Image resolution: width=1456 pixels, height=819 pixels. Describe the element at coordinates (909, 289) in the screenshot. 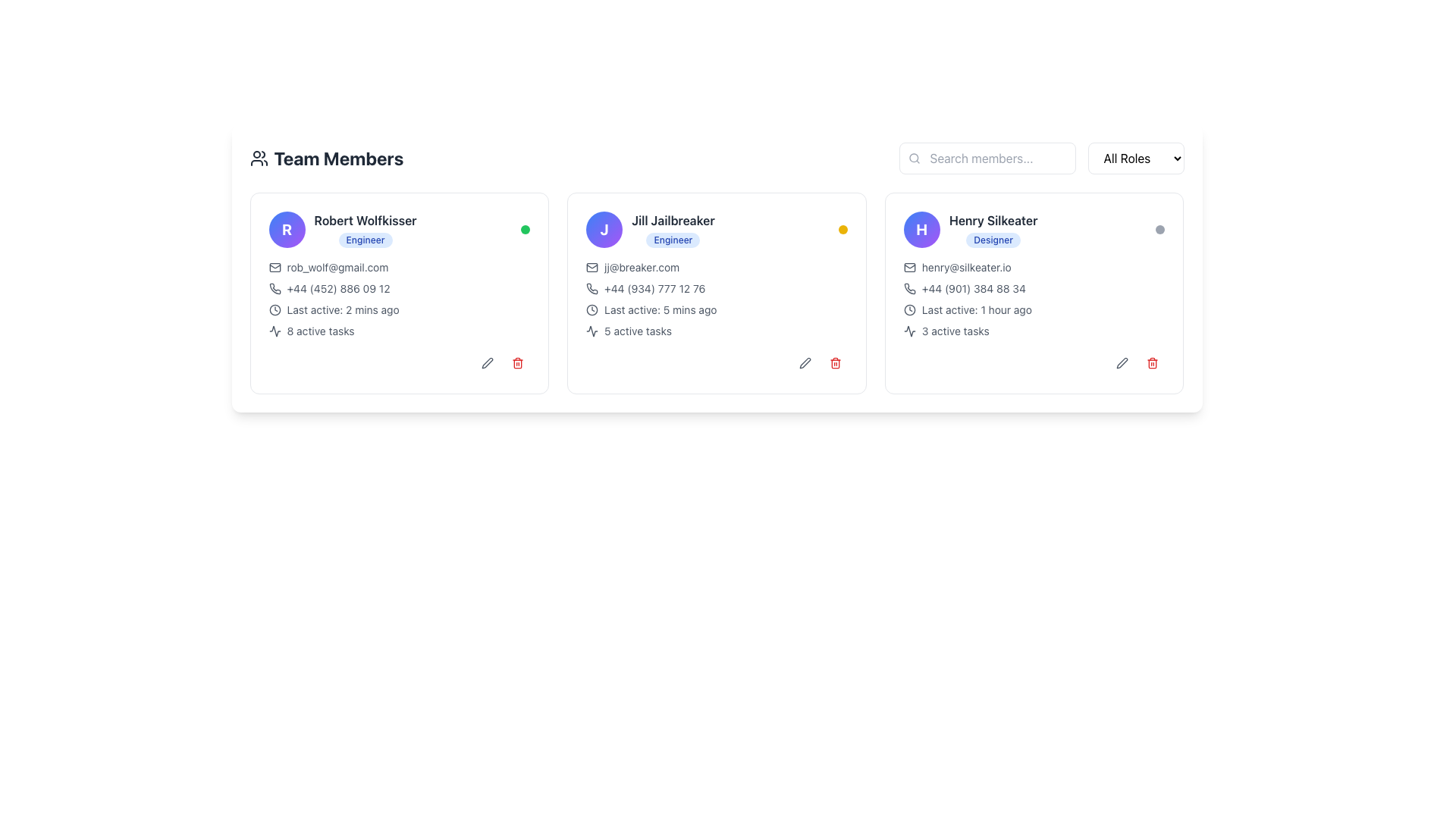

I see `the phone number icon in the contact card of 'Henry Silkeater', which is adjacent to the phone number '+44 (901) 384 88 34'` at that location.